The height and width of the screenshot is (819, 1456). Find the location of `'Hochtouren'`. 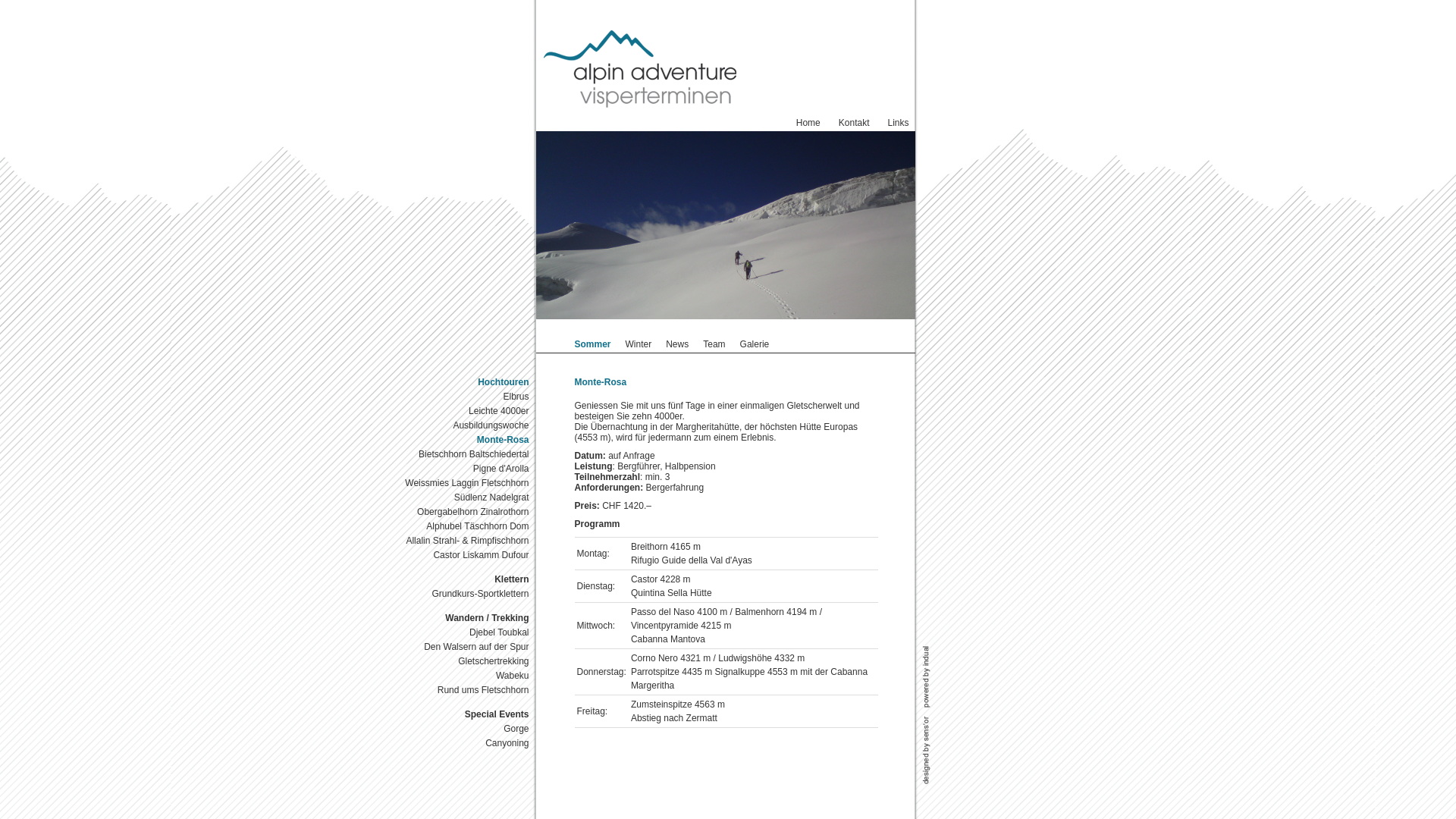

'Hochtouren' is located at coordinates (462, 381).